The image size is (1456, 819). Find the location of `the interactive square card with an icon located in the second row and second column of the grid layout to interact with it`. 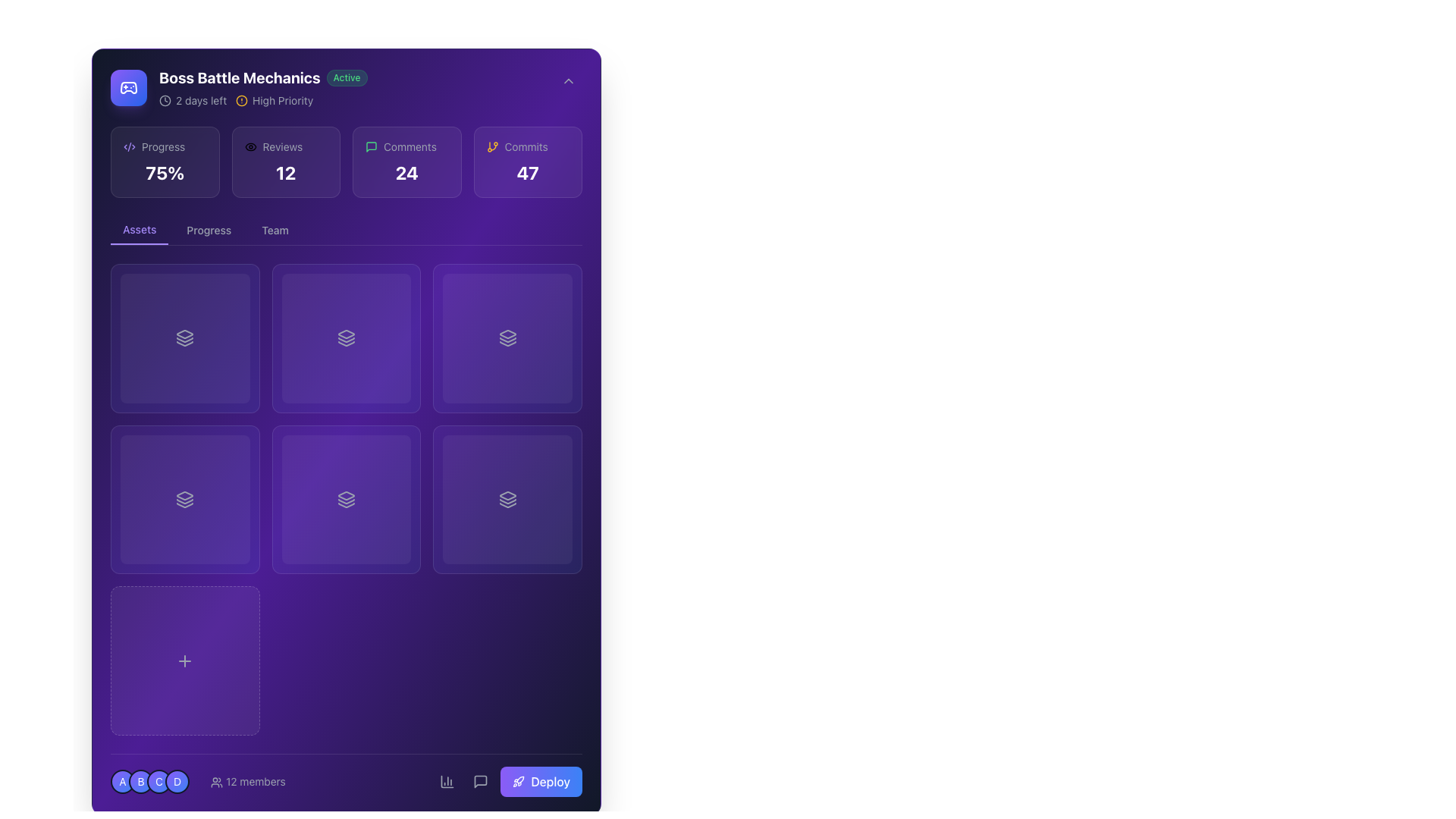

the interactive square card with an icon located in the second row and second column of the grid layout to interact with it is located at coordinates (345, 500).